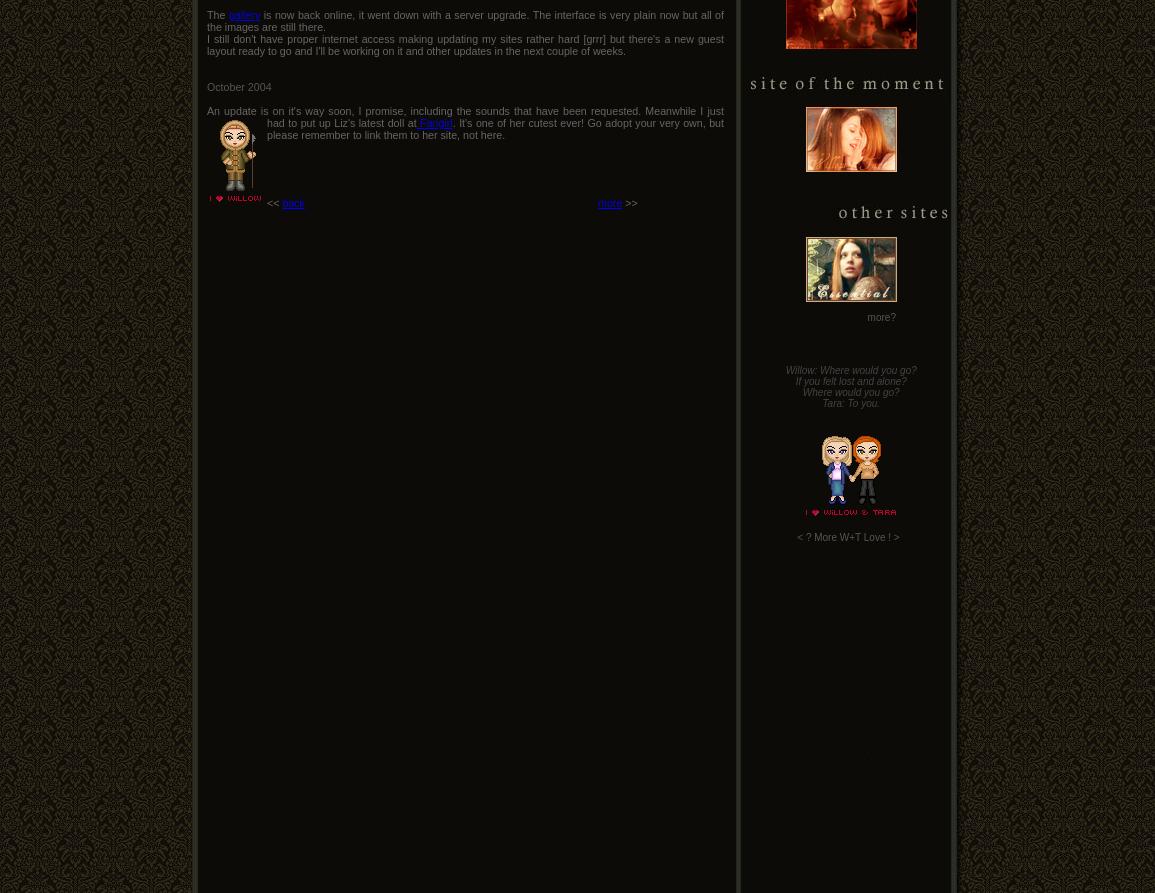  I want to click on 'More W+T Love', so click(848, 536).